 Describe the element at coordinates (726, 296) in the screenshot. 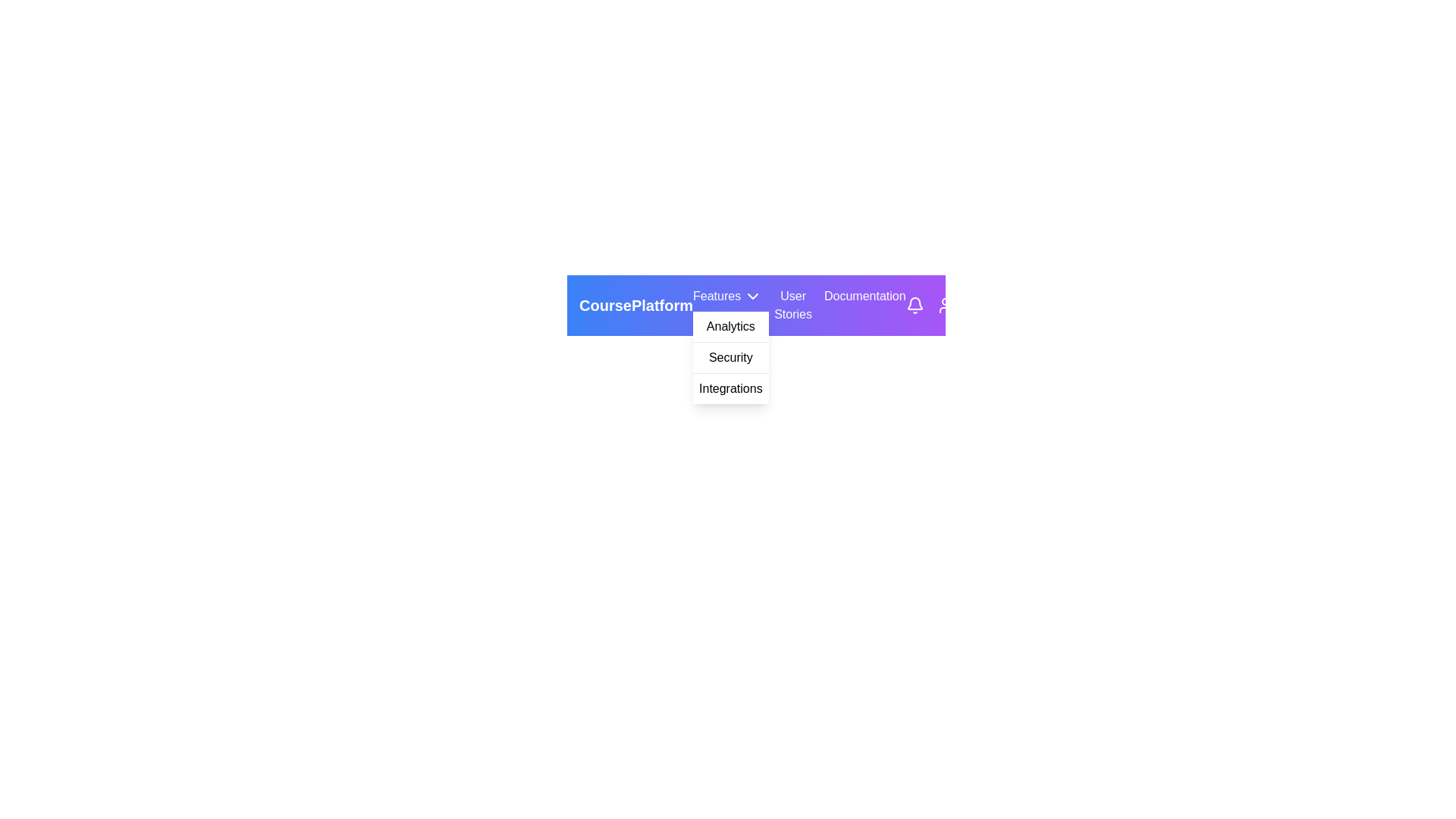

I see `the dropdown menu trigger located in the top navigation bar, positioned between 'CoursePlatform' and 'User Stories'` at that location.